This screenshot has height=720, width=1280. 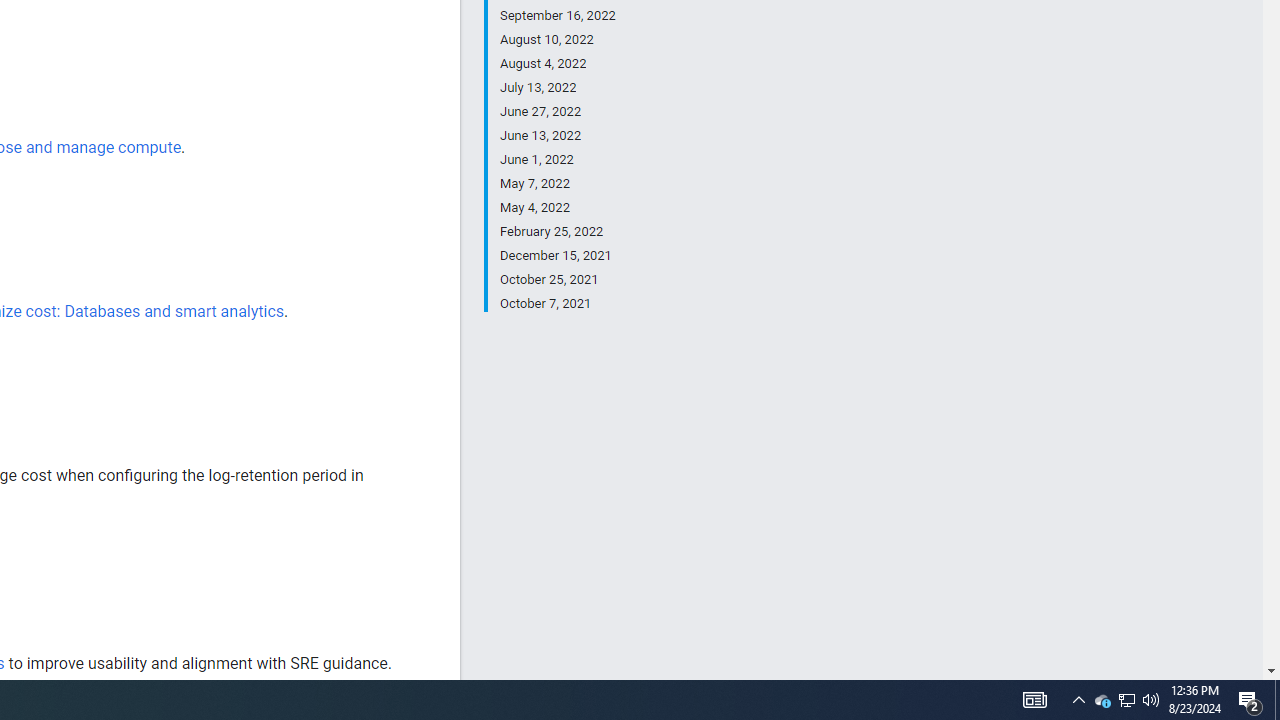 What do you see at coordinates (557, 111) in the screenshot?
I see `'June 27, 2022'` at bounding box center [557, 111].